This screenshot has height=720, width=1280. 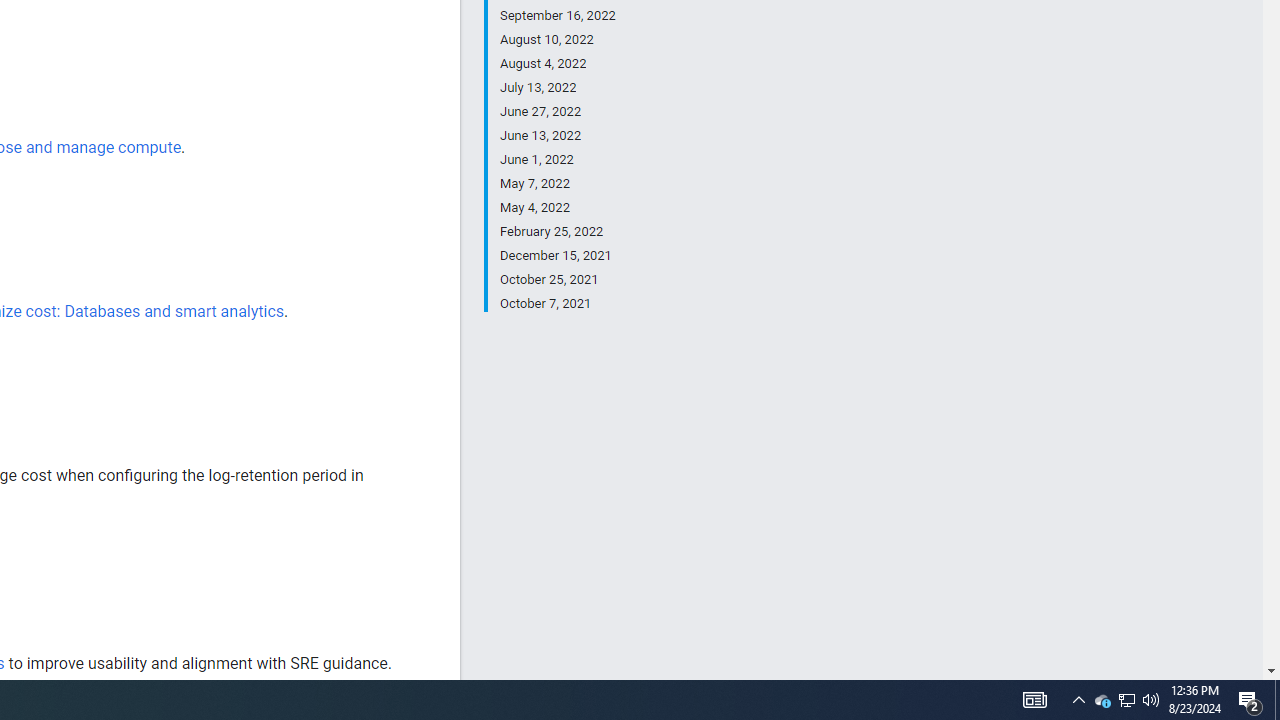 What do you see at coordinates (557, 111) in the screenshot?
I see `'June 27, 2022'` at bounding box center [557, 111].